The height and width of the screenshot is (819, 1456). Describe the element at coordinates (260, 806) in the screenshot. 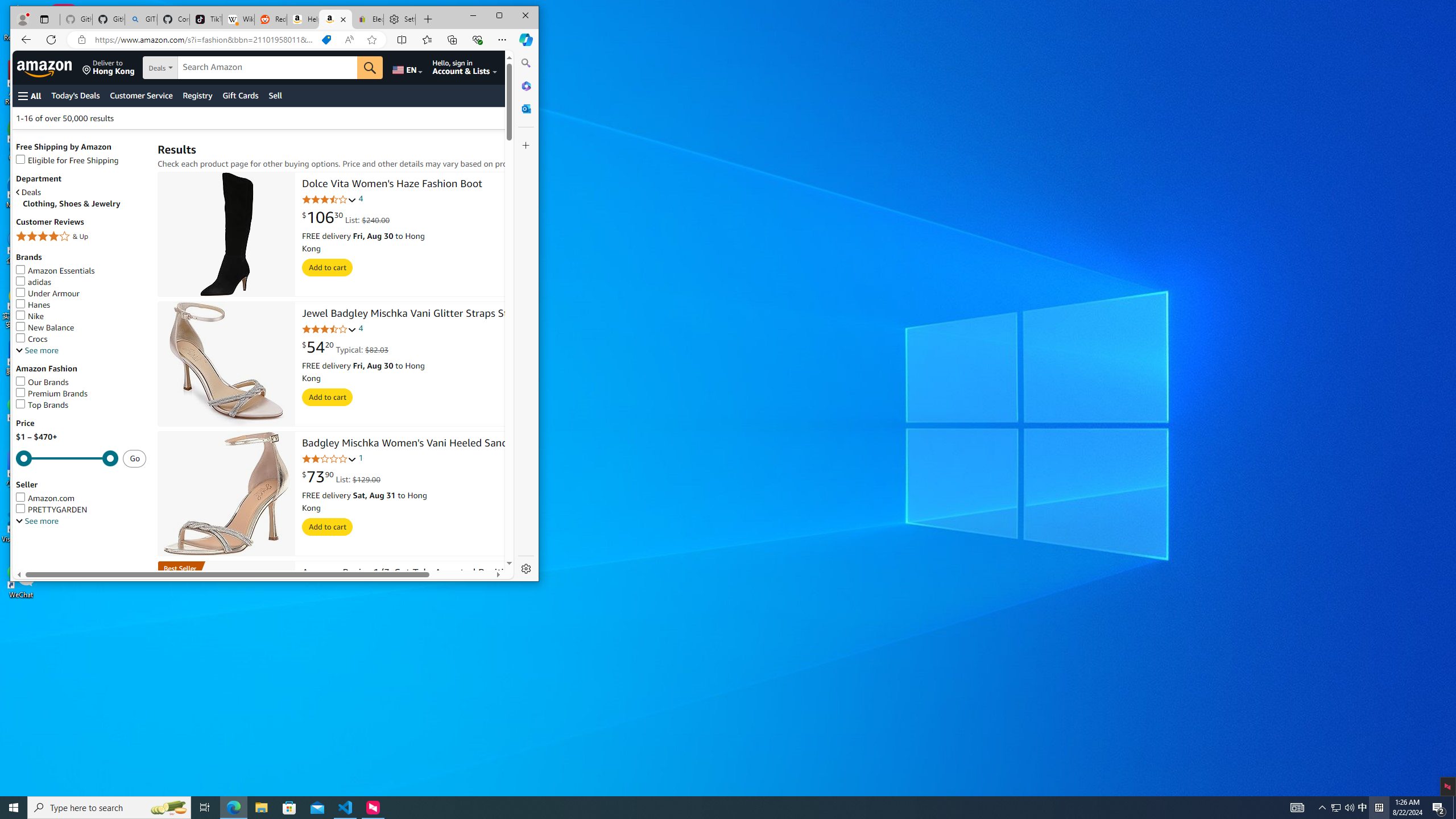

I see `'File Explorer'` at that location.